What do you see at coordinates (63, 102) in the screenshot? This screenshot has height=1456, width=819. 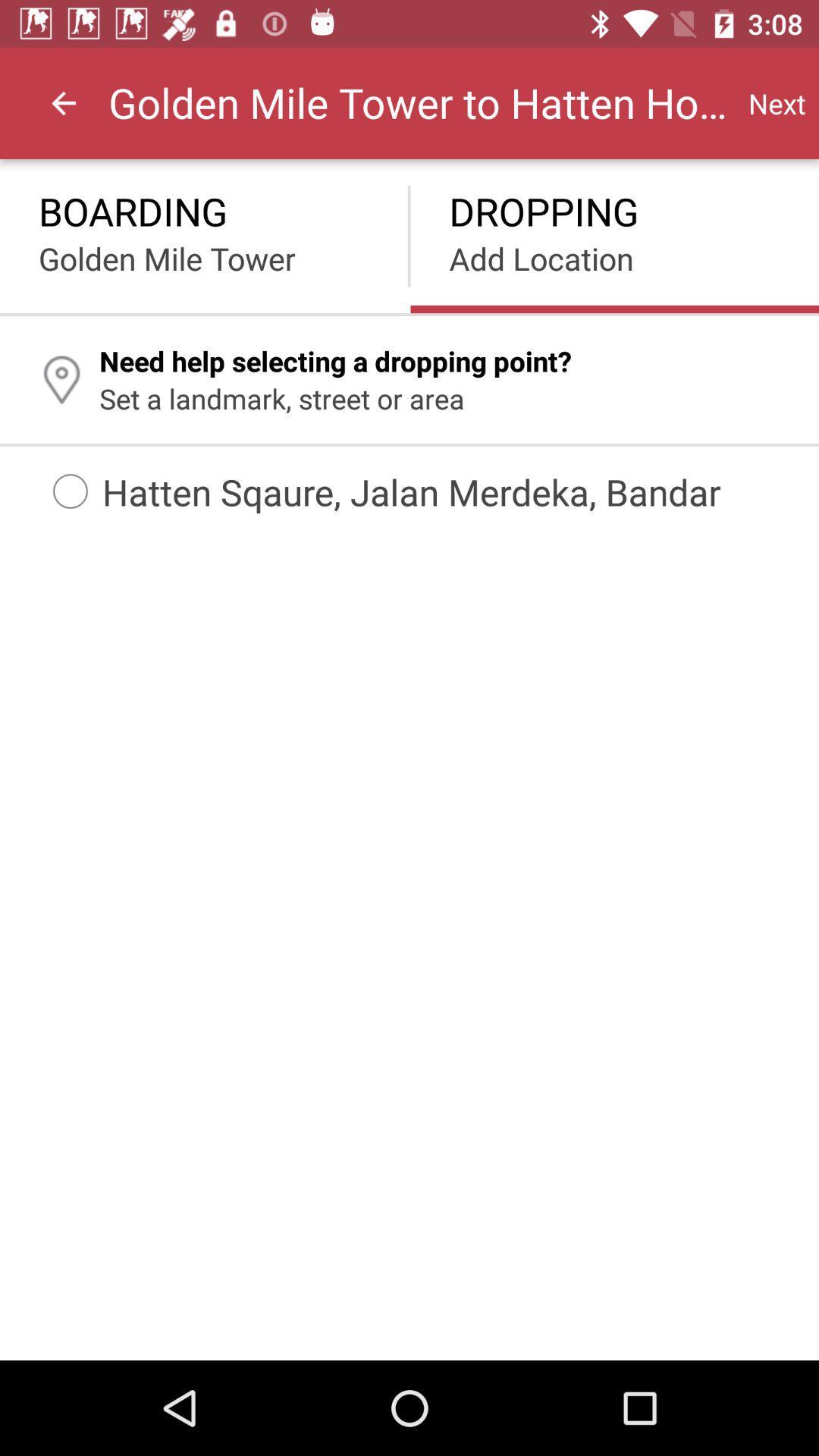 I see `the icon above the boarding item` at bounding box center [63, 102].